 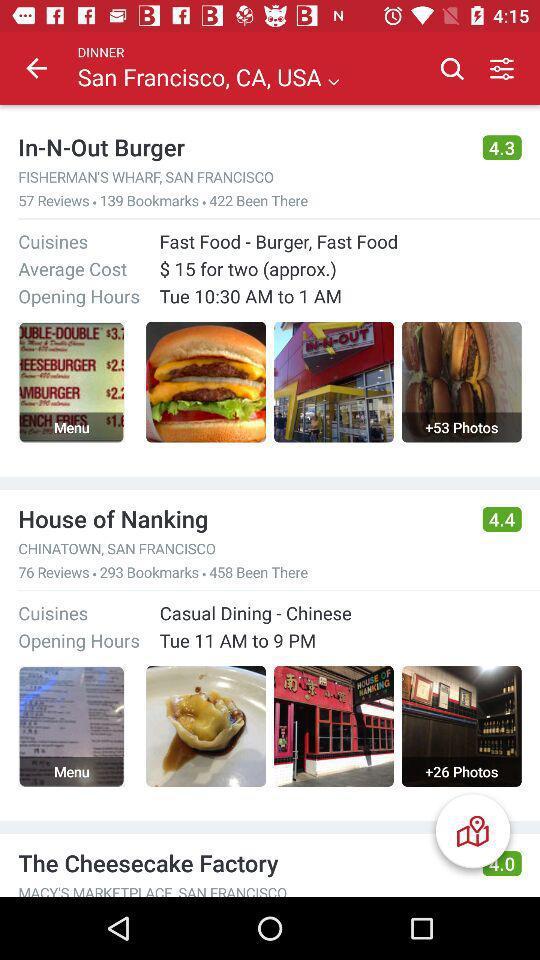 What do you see at coordinates (339, 267) in the screenshot?
I see `the 15 for two icon` at bounding box center [339, 267].